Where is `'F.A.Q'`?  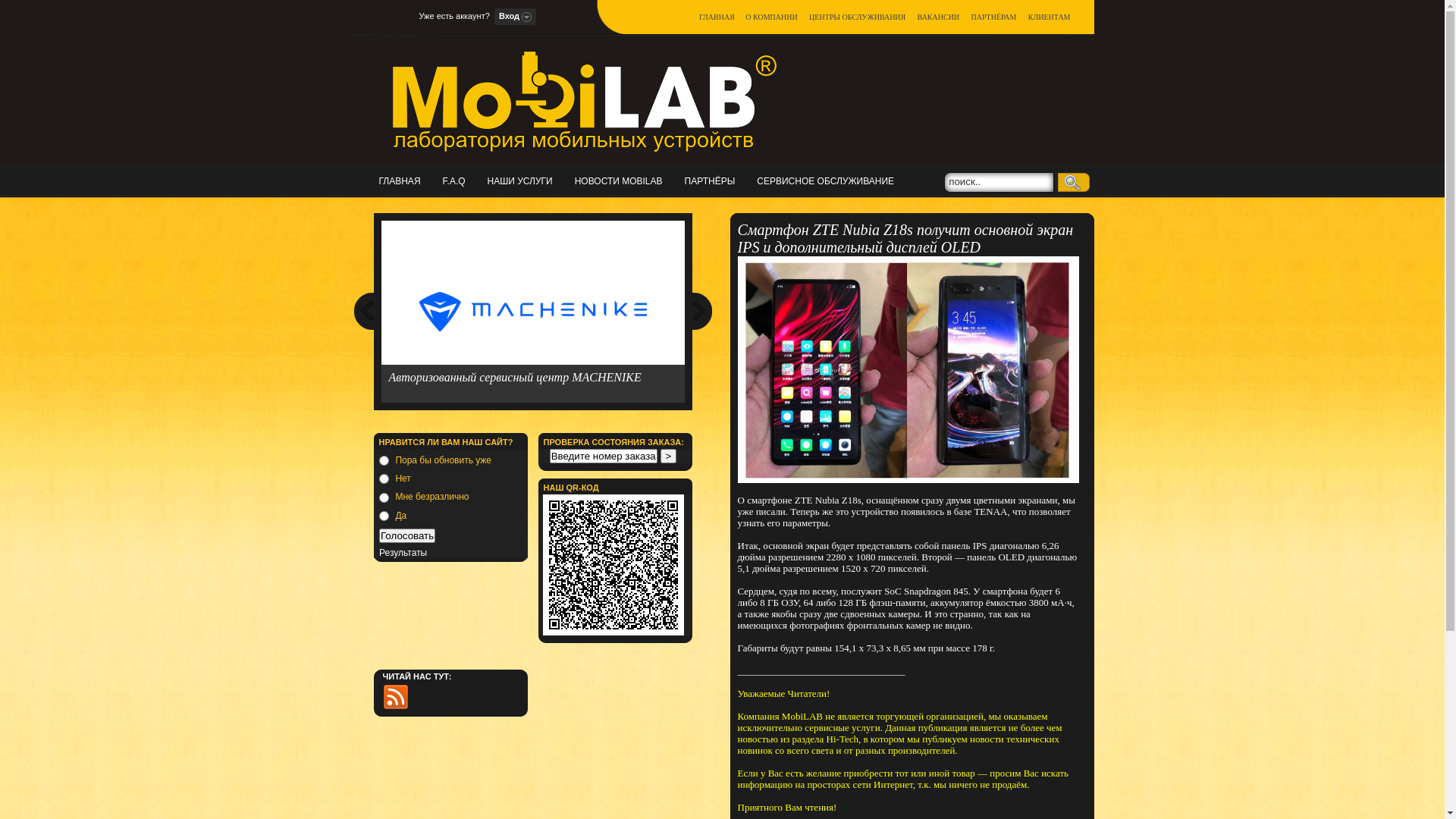
'F.A.Q' is located at coordinates (442, 180).